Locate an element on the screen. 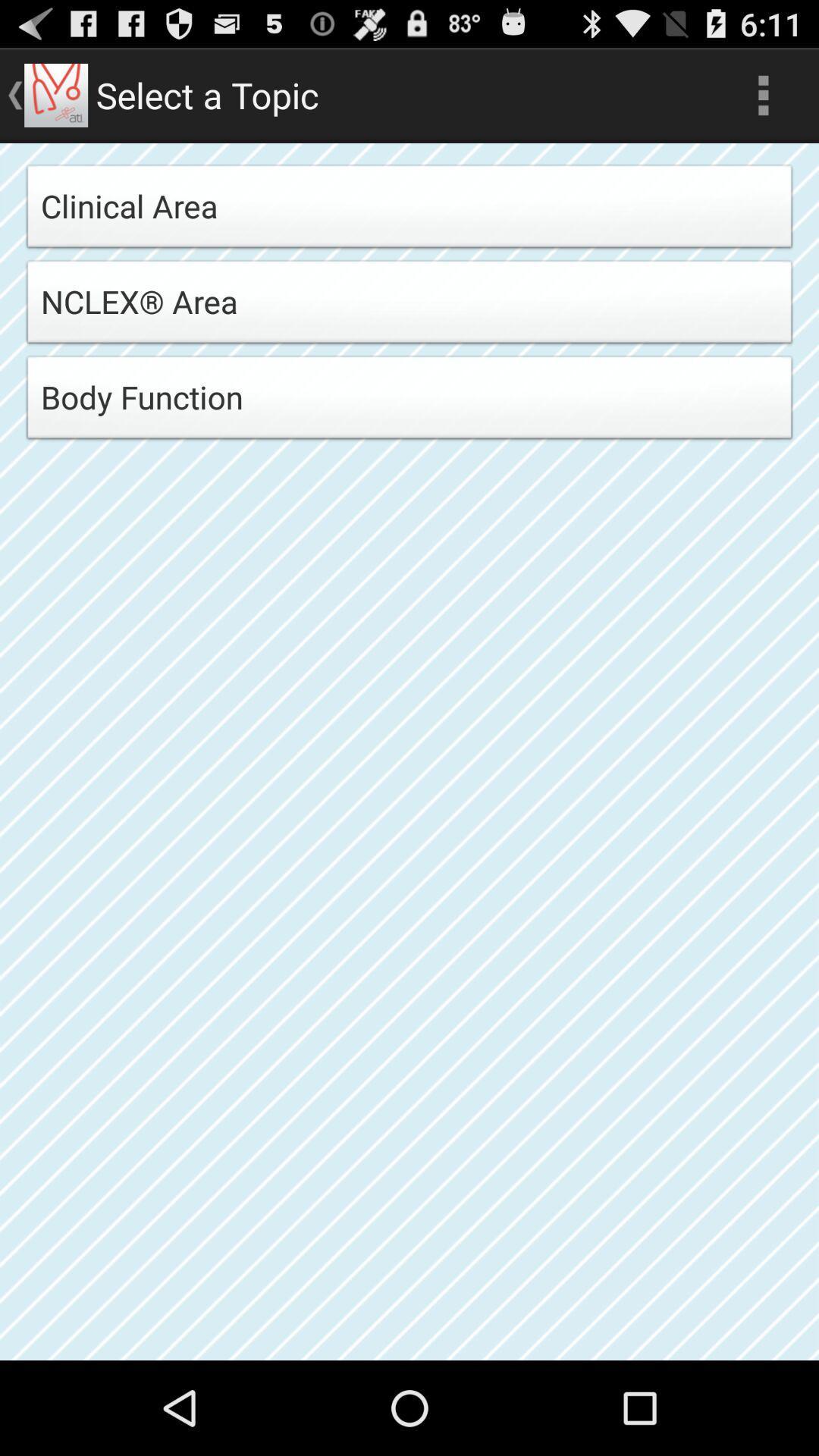 The width and height of the screenshot is (819, 1456). the icon at the top right corner is located at coordinates (763, 94).